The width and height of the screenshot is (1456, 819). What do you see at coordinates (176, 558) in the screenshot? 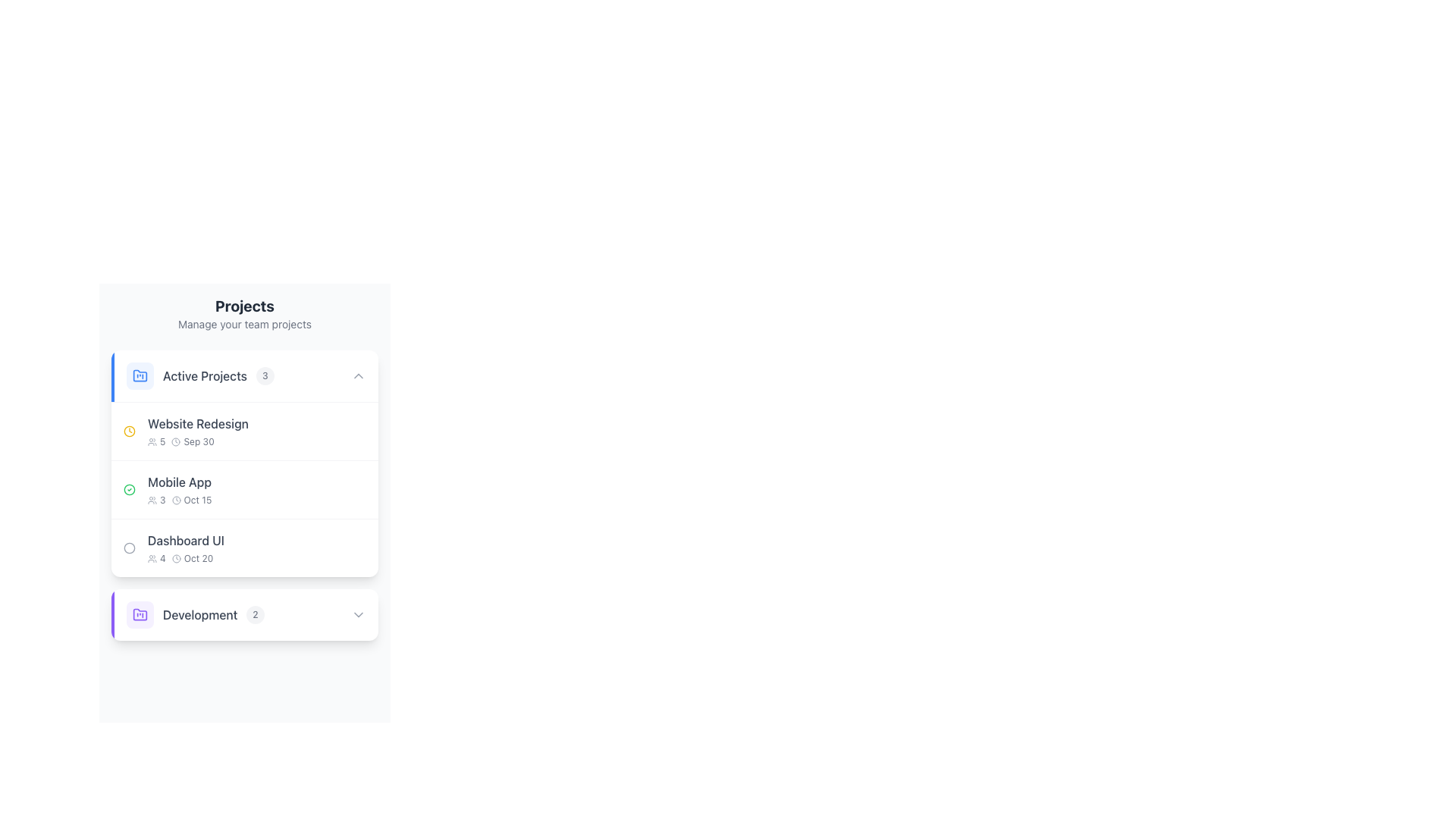
I see `the clock icon located in the 'Dashboard UI' section under 'Active Projects' to interact with its group and view details` at bounding box center [176, 558].